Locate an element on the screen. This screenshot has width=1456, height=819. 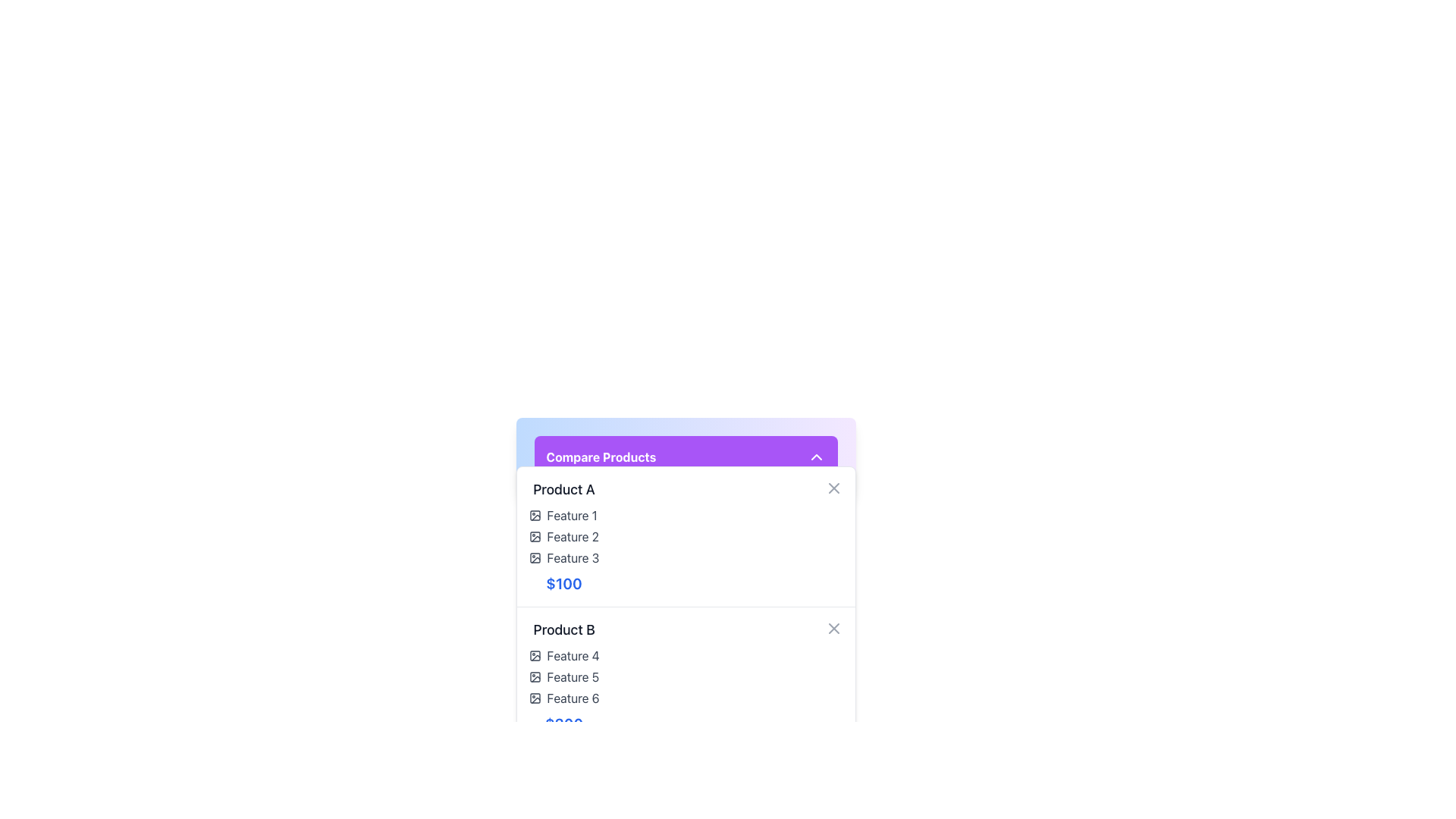
the photo icon located next to the text 'Feature 3', which has a rectangular outline and a circular shape inside it is located at coordinates (535, 558).